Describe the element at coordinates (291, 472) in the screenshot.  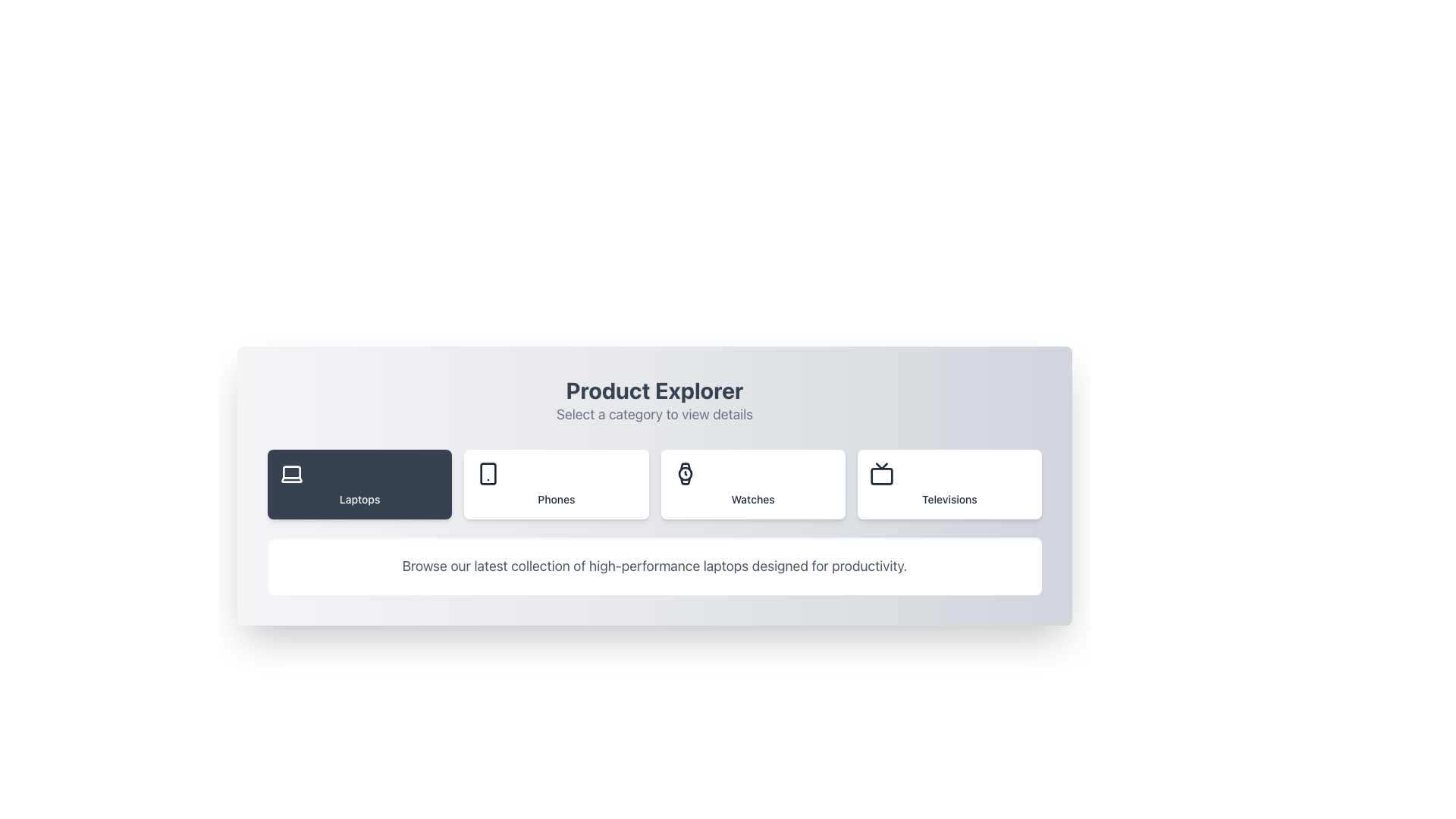
I see `the 'Laptops' category icon, which is the first item in the horizontal list of options located below the 'Product Explorer' title` at that location.